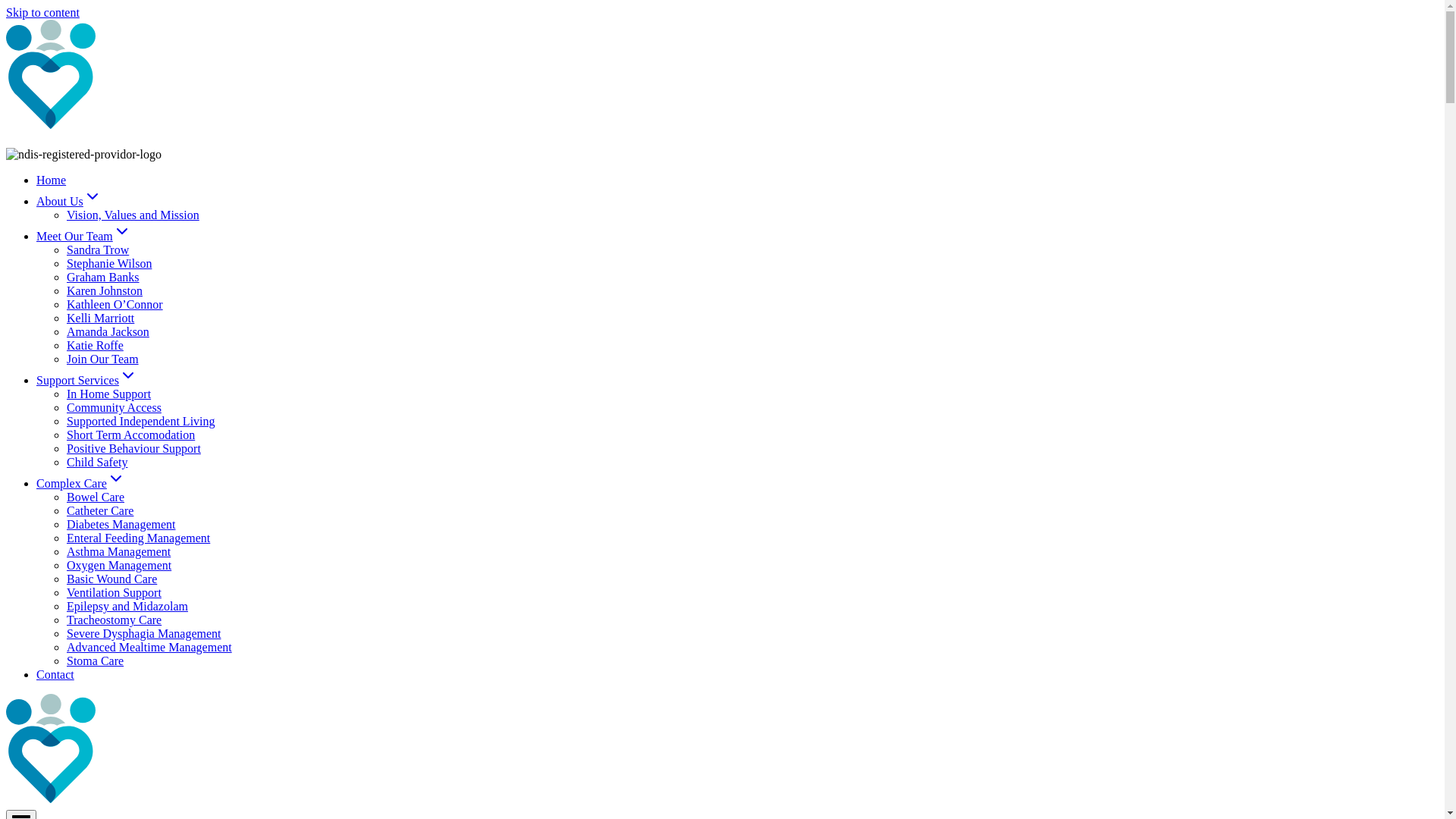  What do you see at coordinates (127, 605) in the screenshot?
I see `'Epilepsy and Midazolam'` at bounding box center [127, 605].